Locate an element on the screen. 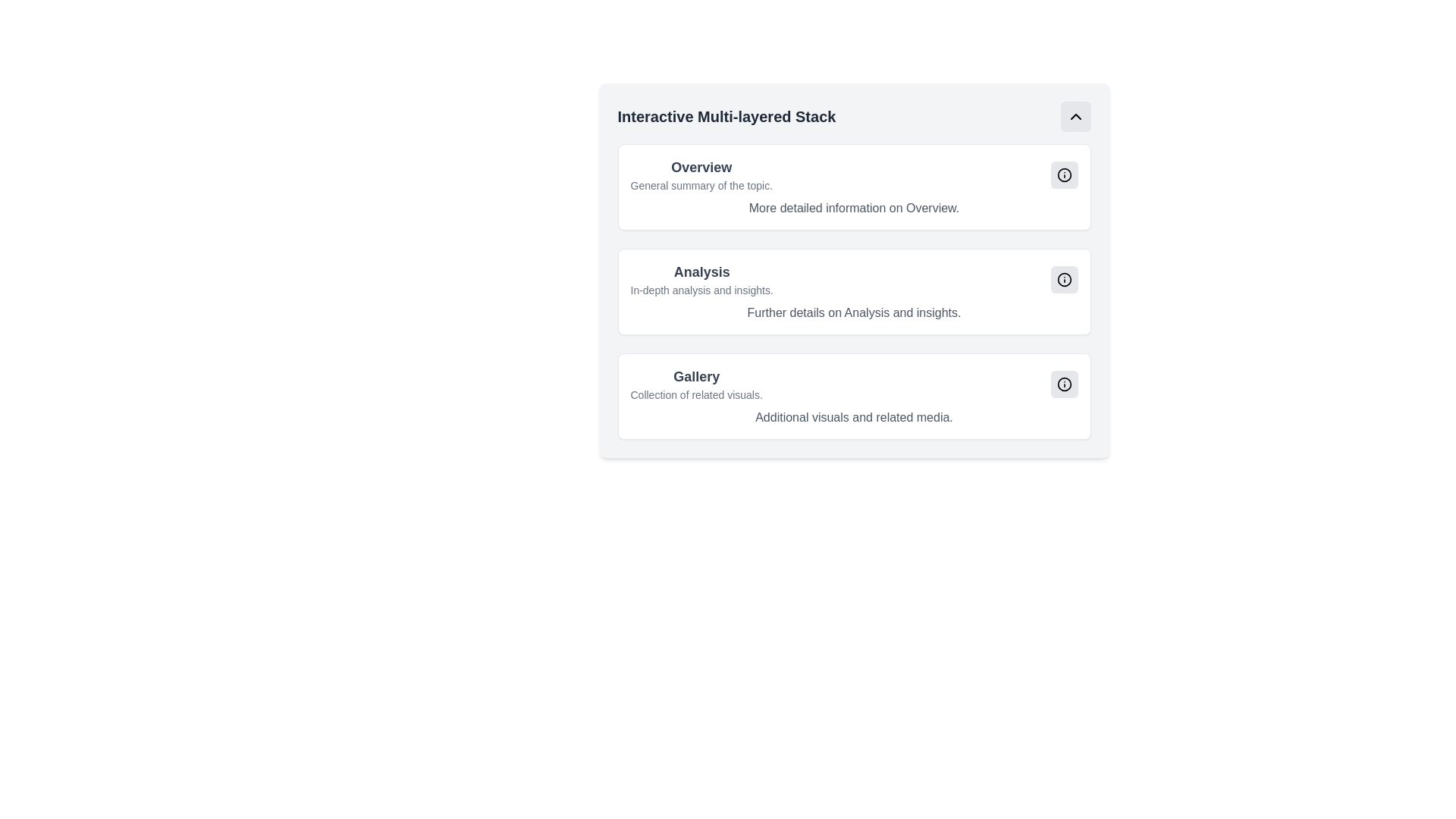 The width and height of the screenshot is (1456, 819). the chevron icon located at the upper-right corner of the 'Interactive Multi-layered Stack' section is located at coordinates (1075, 116).